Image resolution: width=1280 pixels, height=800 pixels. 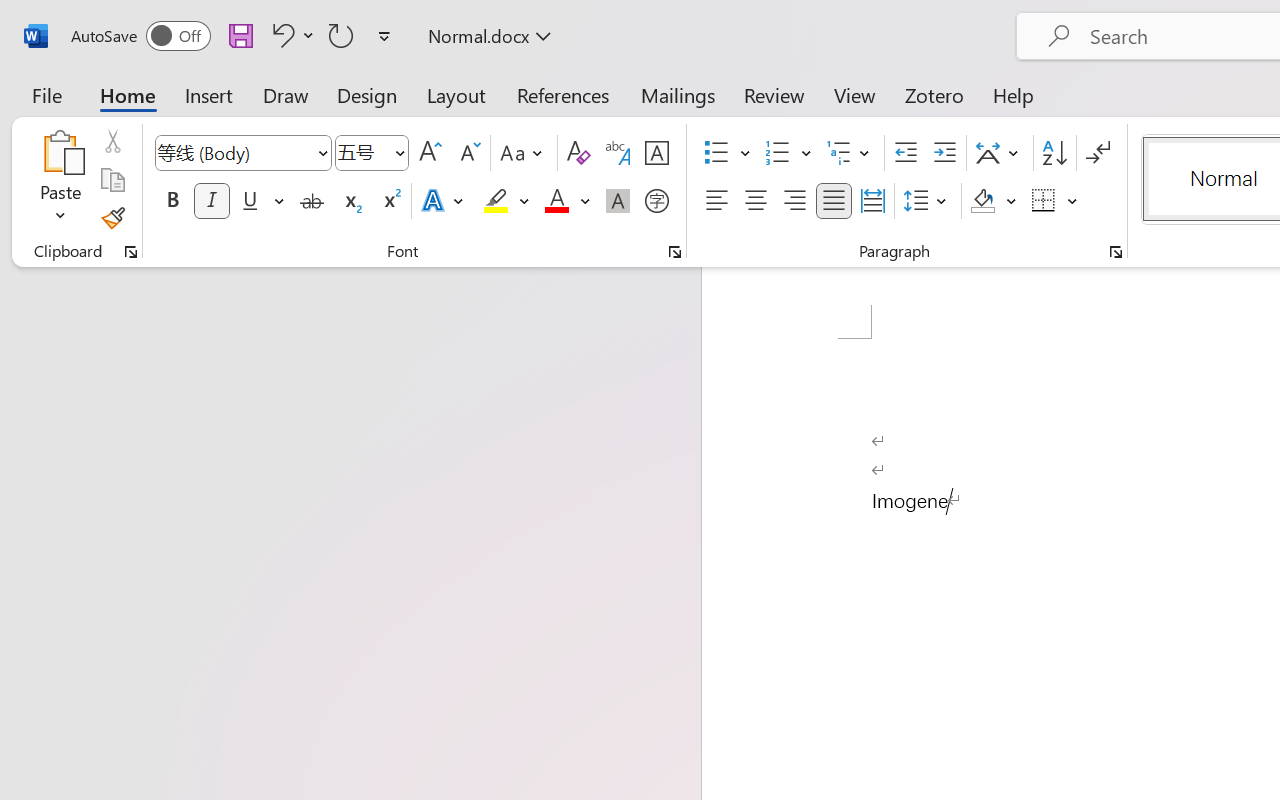 What do you see at coordinates (943, 153) in the screenshot?
I see `'Increase Indent'` at bounding box center [943, 153].